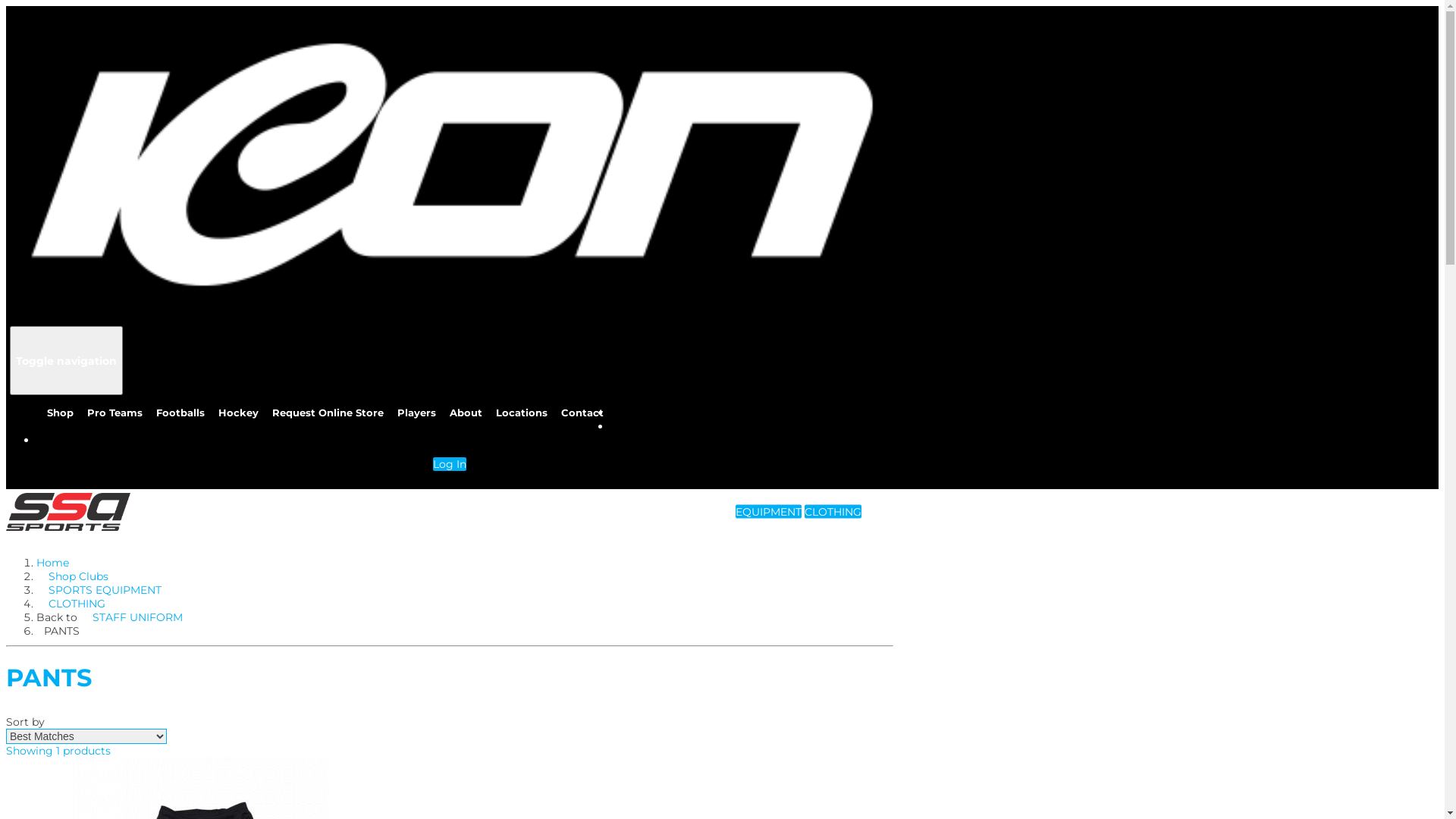  Describe the element at coordinates (65, 360) in the screenshot. I see `'Toggle navigation'` at that location.